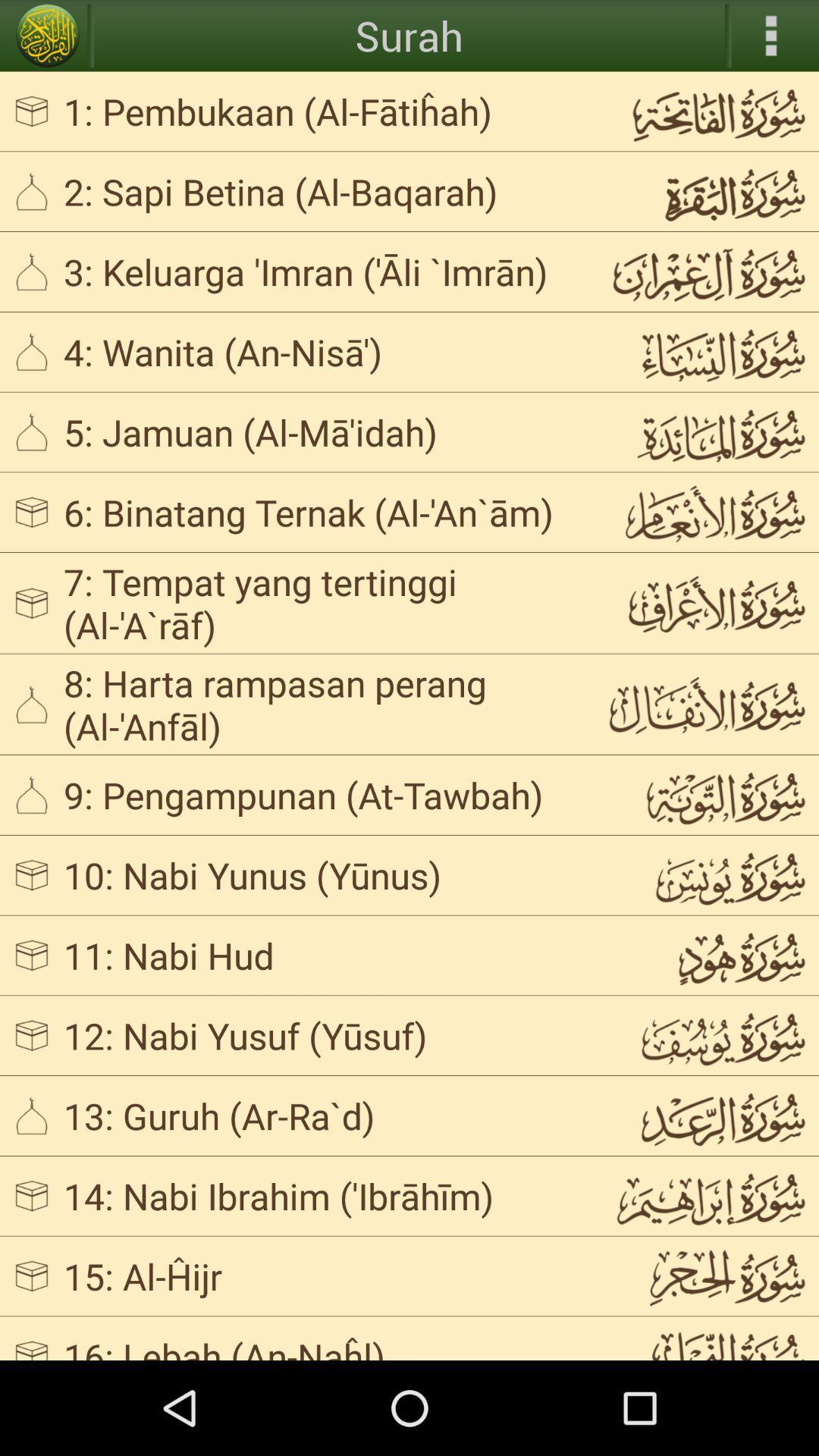 This screenshot has height=1456, width=819. I want to click on 6 binatang ternak item, so click(322, 512).